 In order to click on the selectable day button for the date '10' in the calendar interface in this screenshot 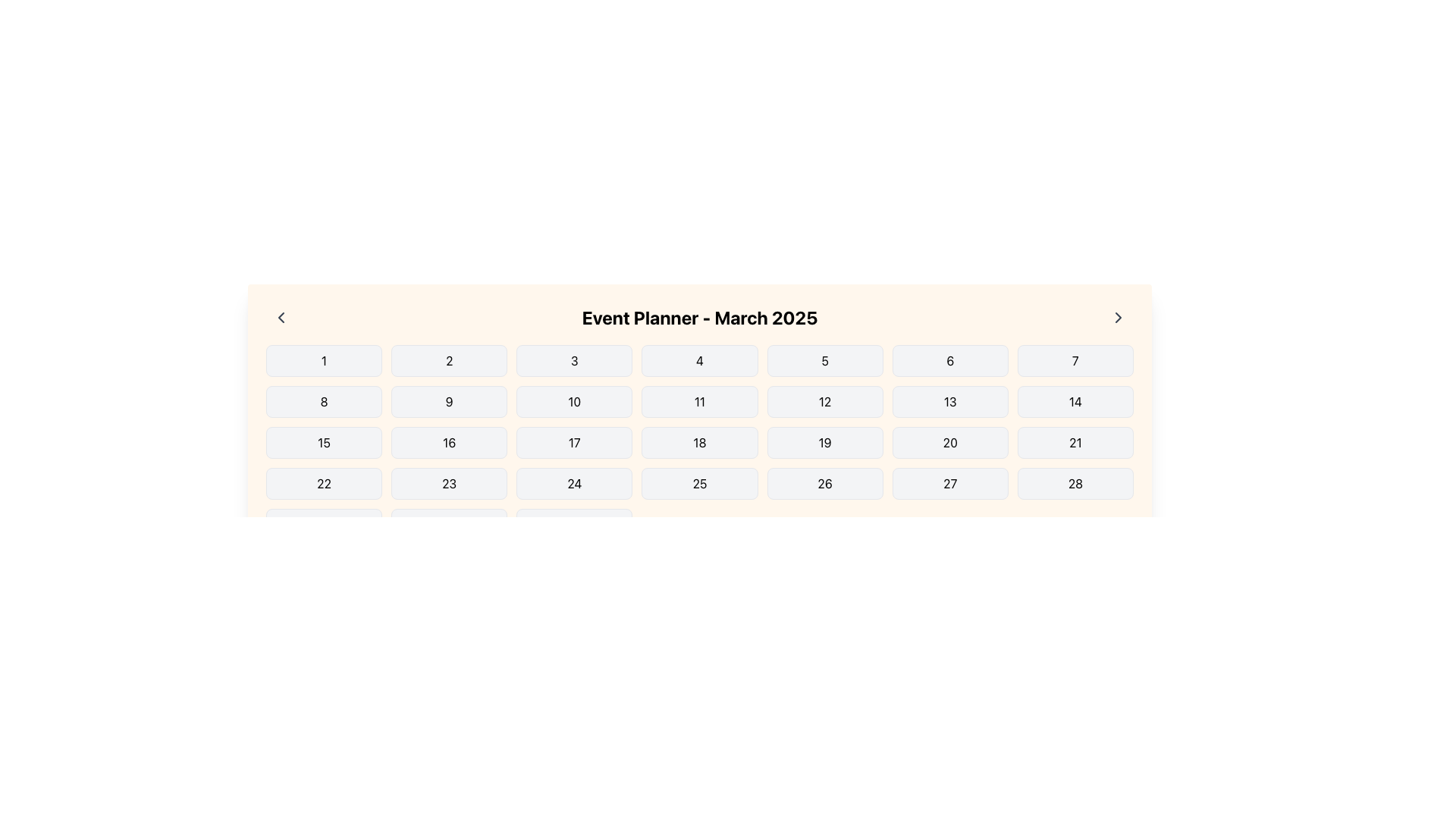, I will do `click(573, 400)`.